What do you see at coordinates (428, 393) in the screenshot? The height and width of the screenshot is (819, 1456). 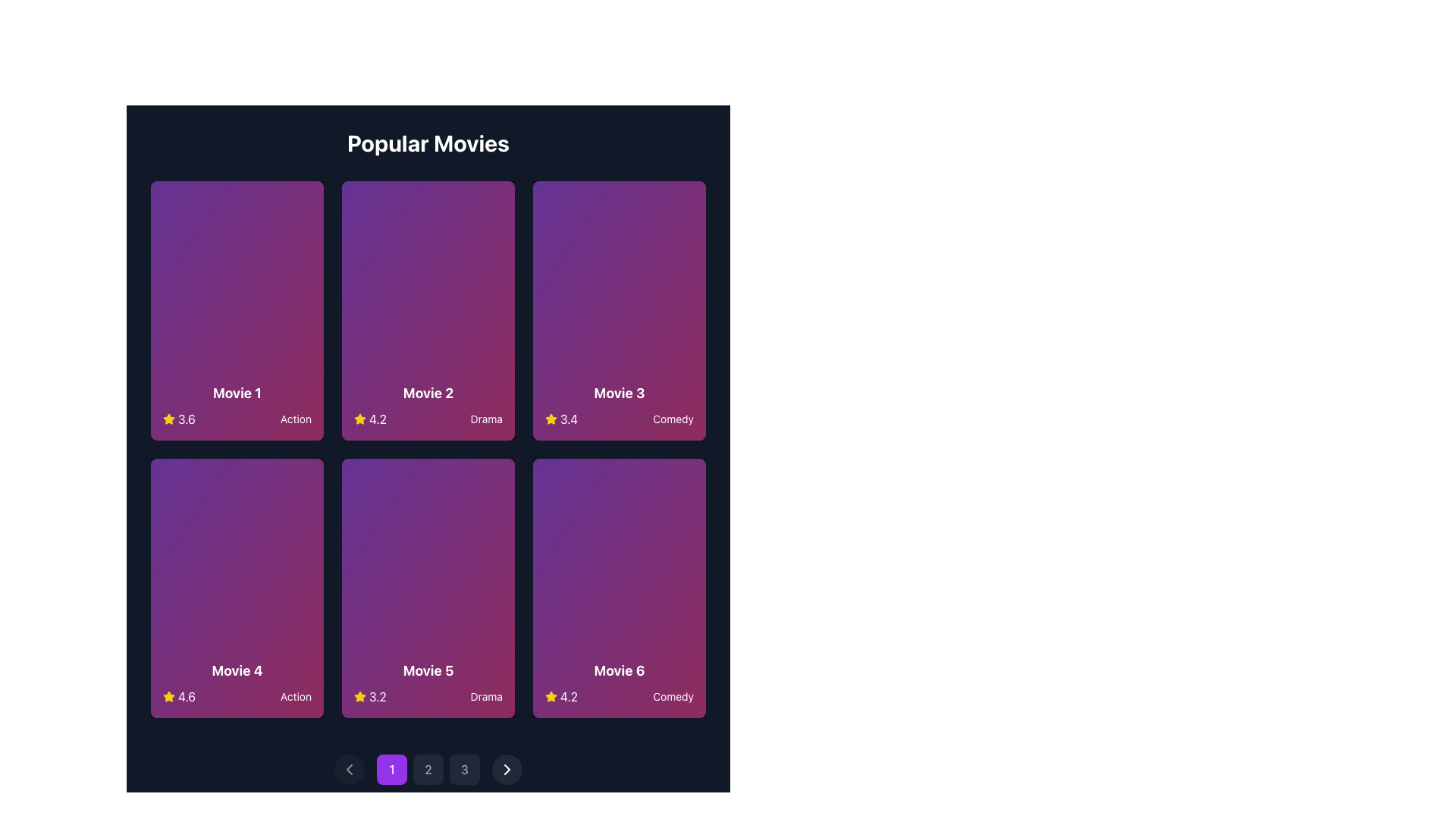 I see `the text label 'Movie 2' which is prominently displayed at the top of a purple rectangular card in the second card of the first row in a grid layout` at bounding box center [428, 393].